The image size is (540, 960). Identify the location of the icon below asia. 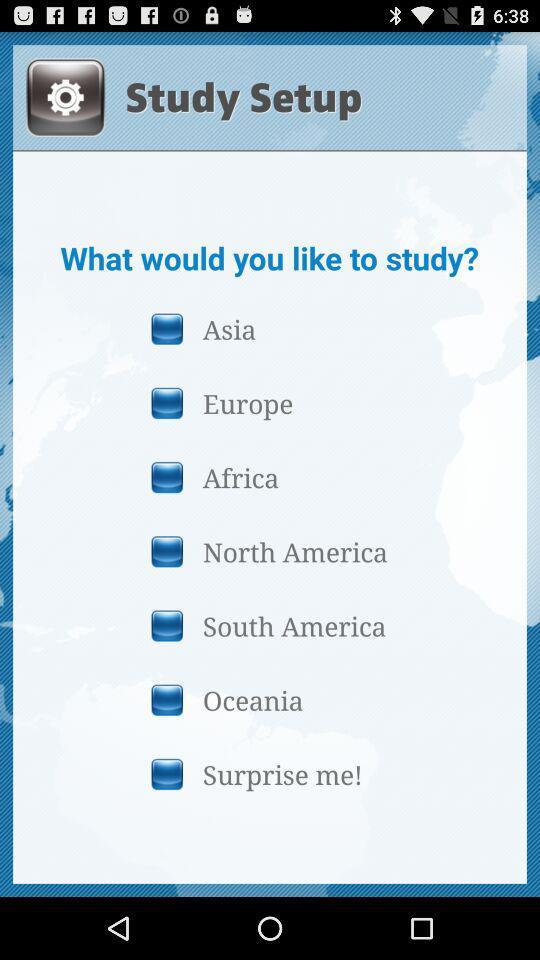
(269, 402).